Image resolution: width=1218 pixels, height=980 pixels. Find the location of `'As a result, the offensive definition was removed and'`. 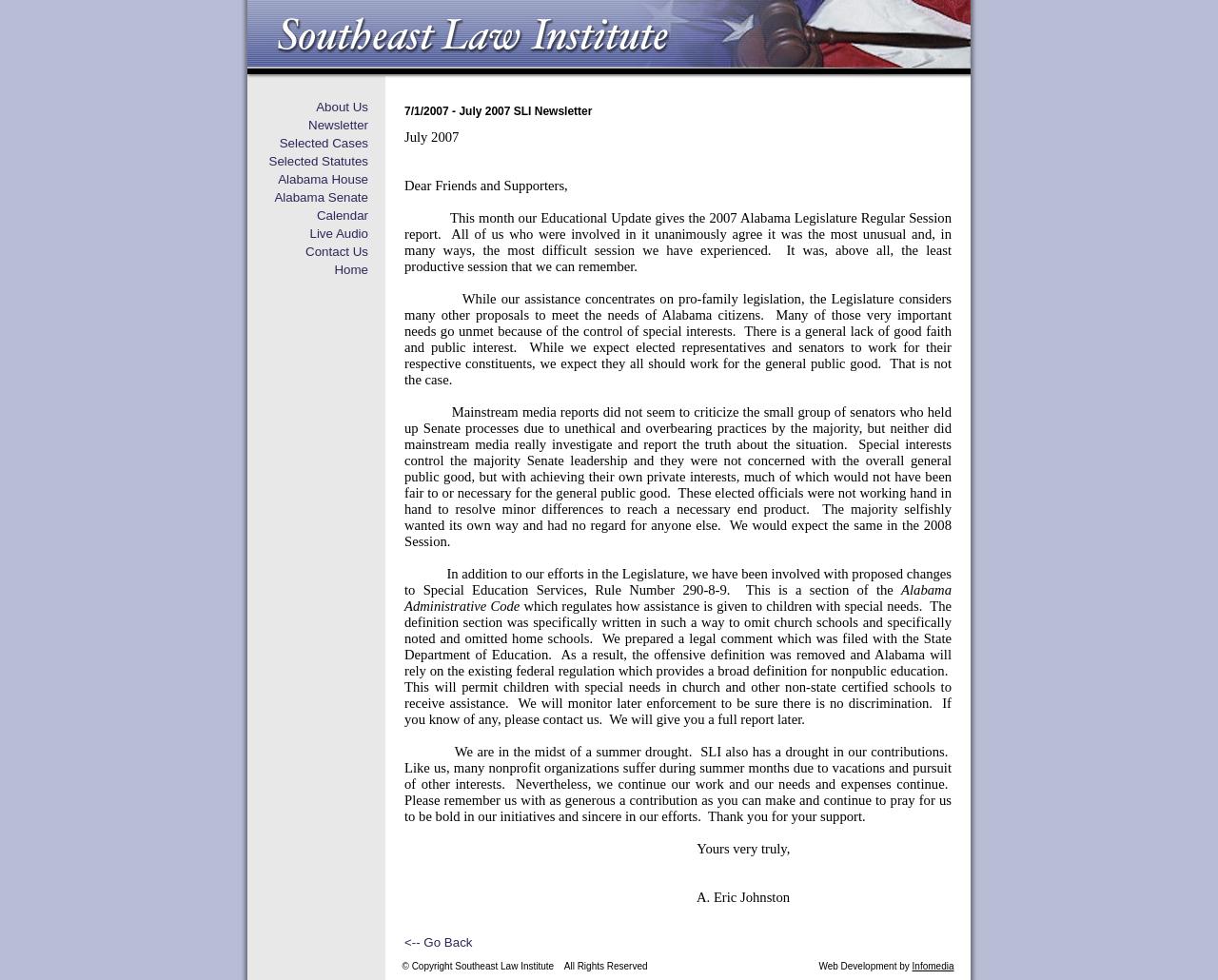

'As a result, the offensive definition was removed and' is located at coordinates (717, 655).